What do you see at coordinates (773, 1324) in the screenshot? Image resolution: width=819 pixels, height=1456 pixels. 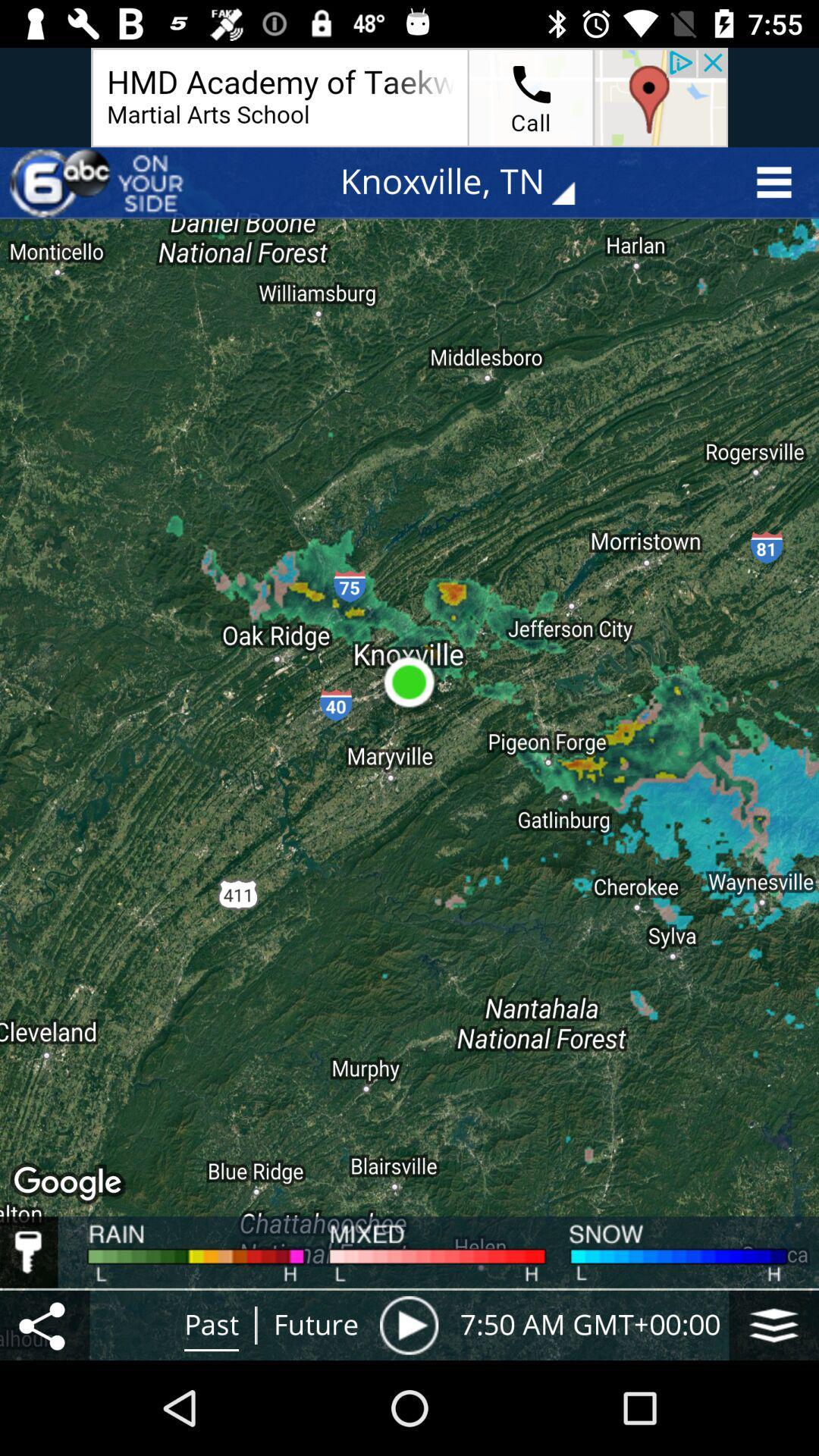 I see `the icon next to the 7 50 am` at bounding box center [773, 1324].